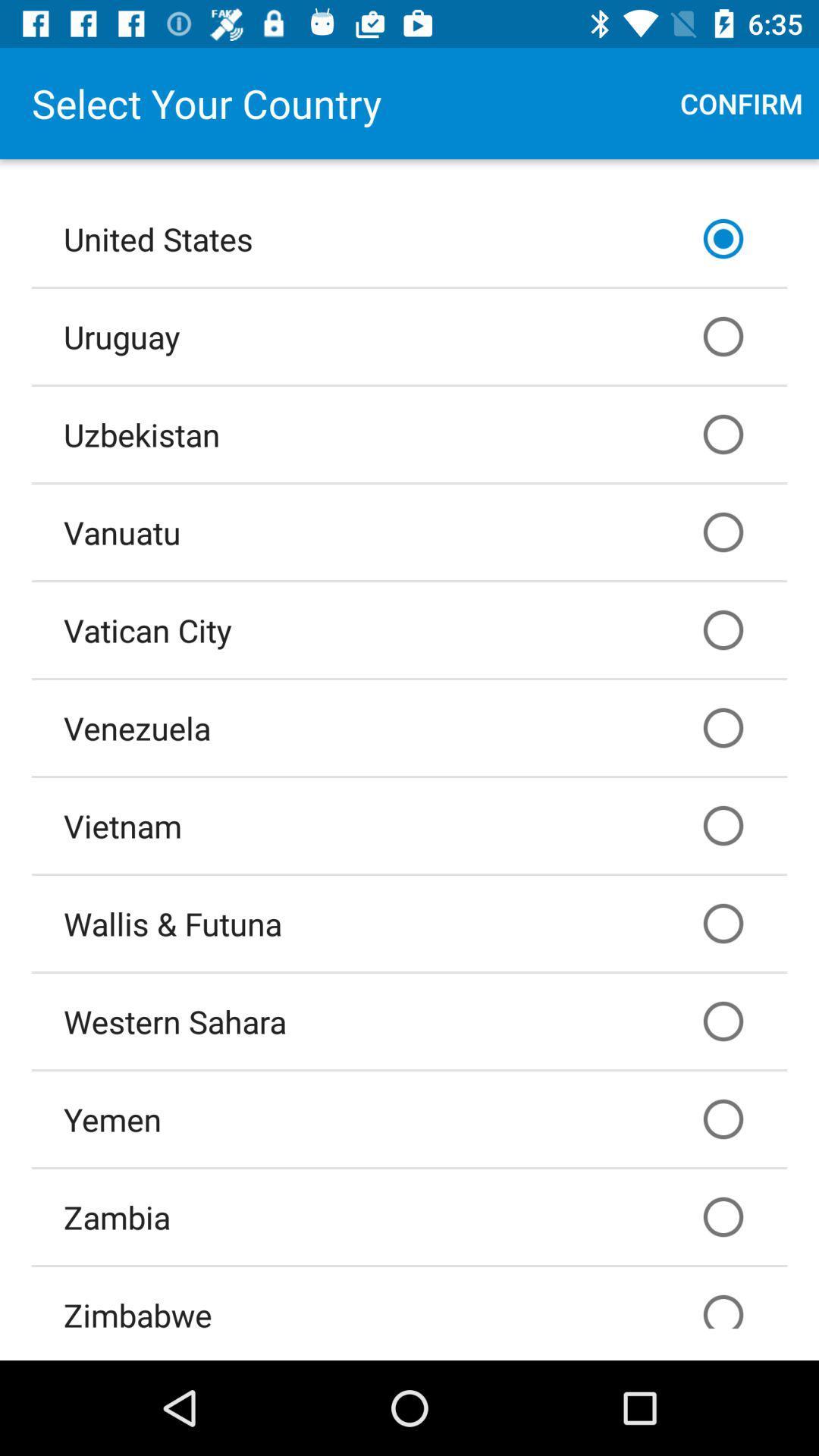 The height and width of the screenshot is (1456, 819). What do you see at coordinates (409, 1119) in the screenshot?
I see `the item below western sahara item` at bounding box center [409, 1119].